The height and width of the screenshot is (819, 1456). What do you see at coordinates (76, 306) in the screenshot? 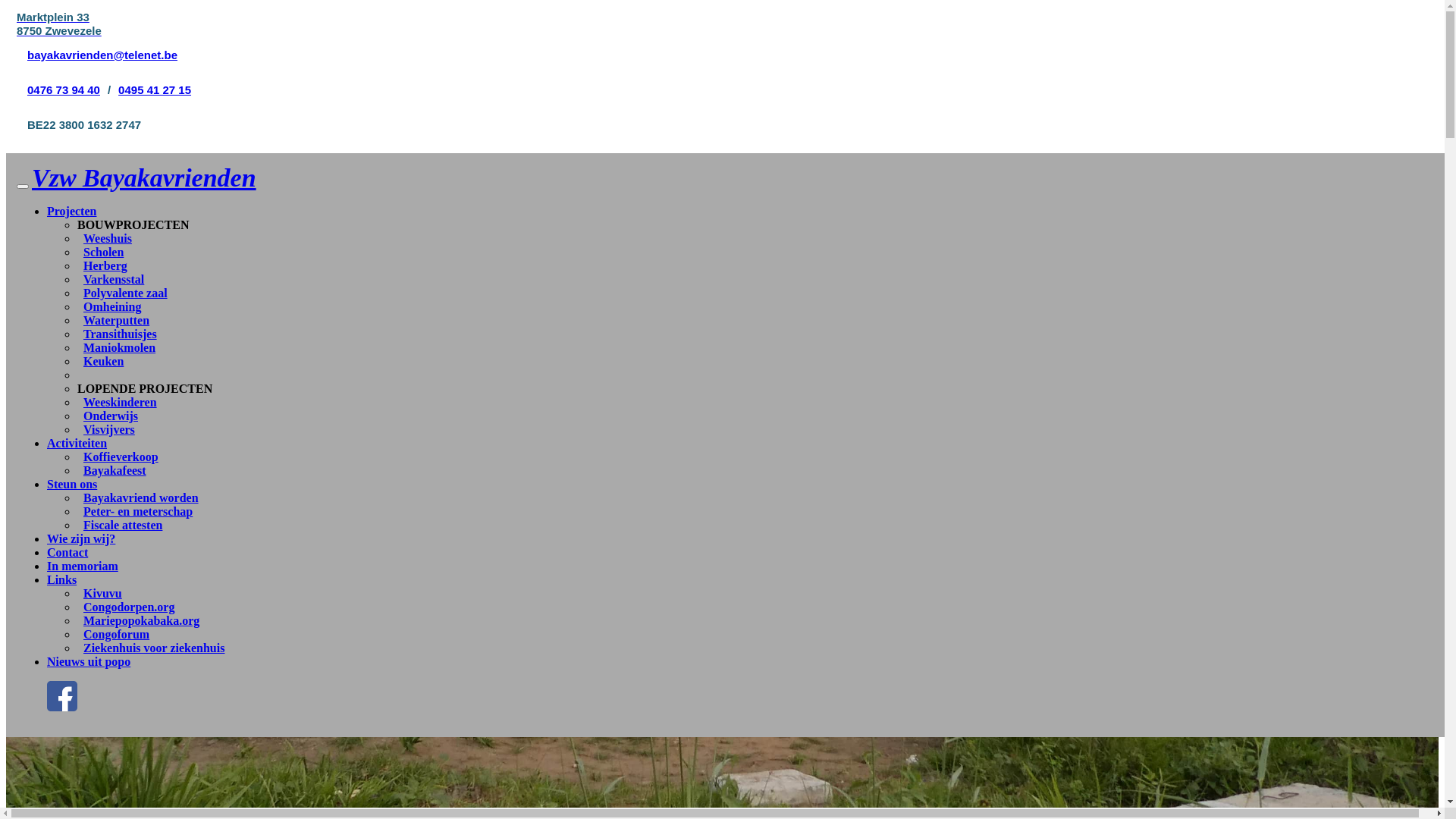
I see `'Omheining'` at bounding box center [76, 306].